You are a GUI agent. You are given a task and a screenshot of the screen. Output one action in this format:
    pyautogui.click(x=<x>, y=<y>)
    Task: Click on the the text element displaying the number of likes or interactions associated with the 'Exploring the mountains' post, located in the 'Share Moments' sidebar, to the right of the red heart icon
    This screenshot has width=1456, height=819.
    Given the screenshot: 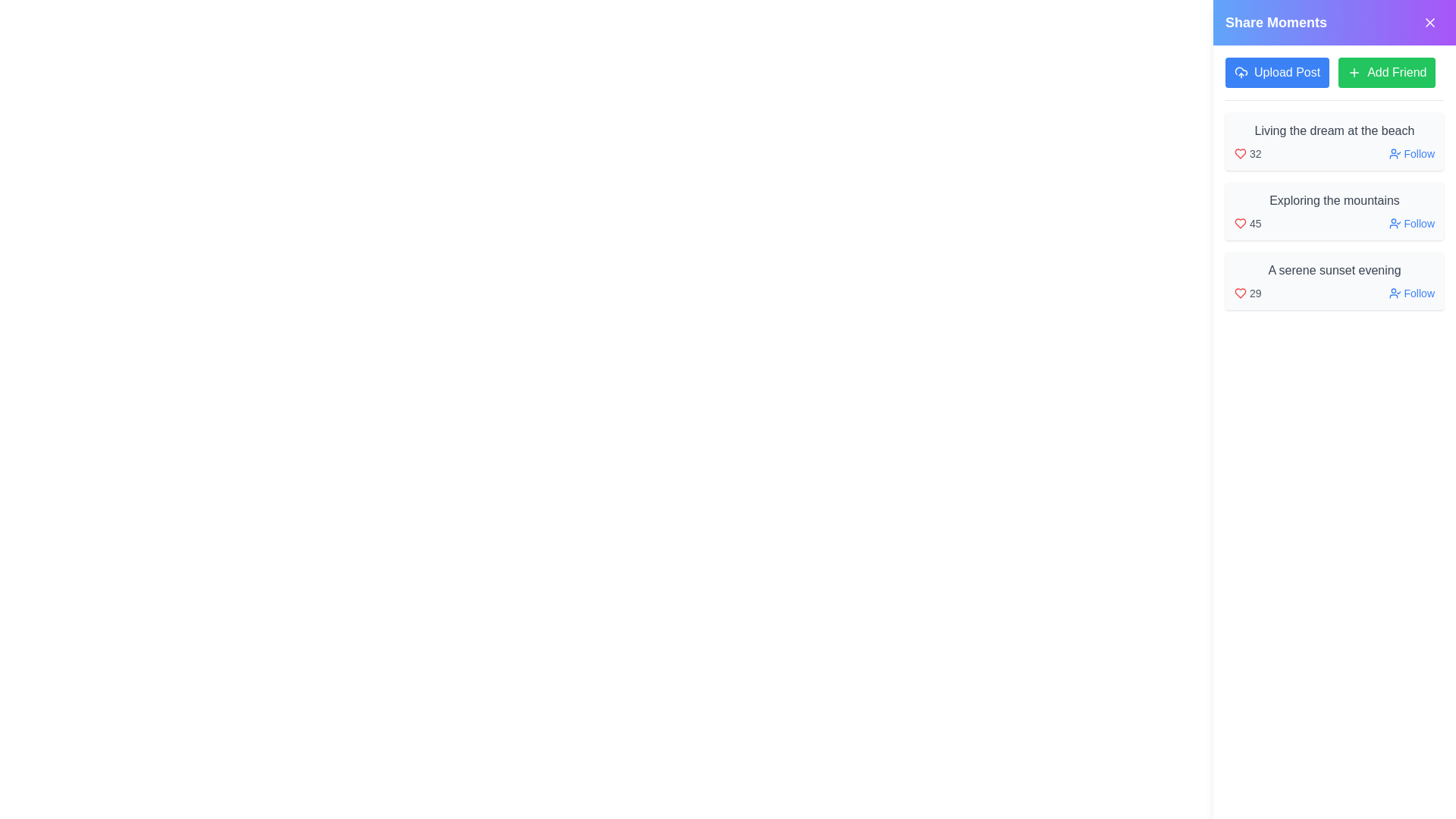 What is the action you would take?
    pyautogui.click(x=1247, y=223)
    